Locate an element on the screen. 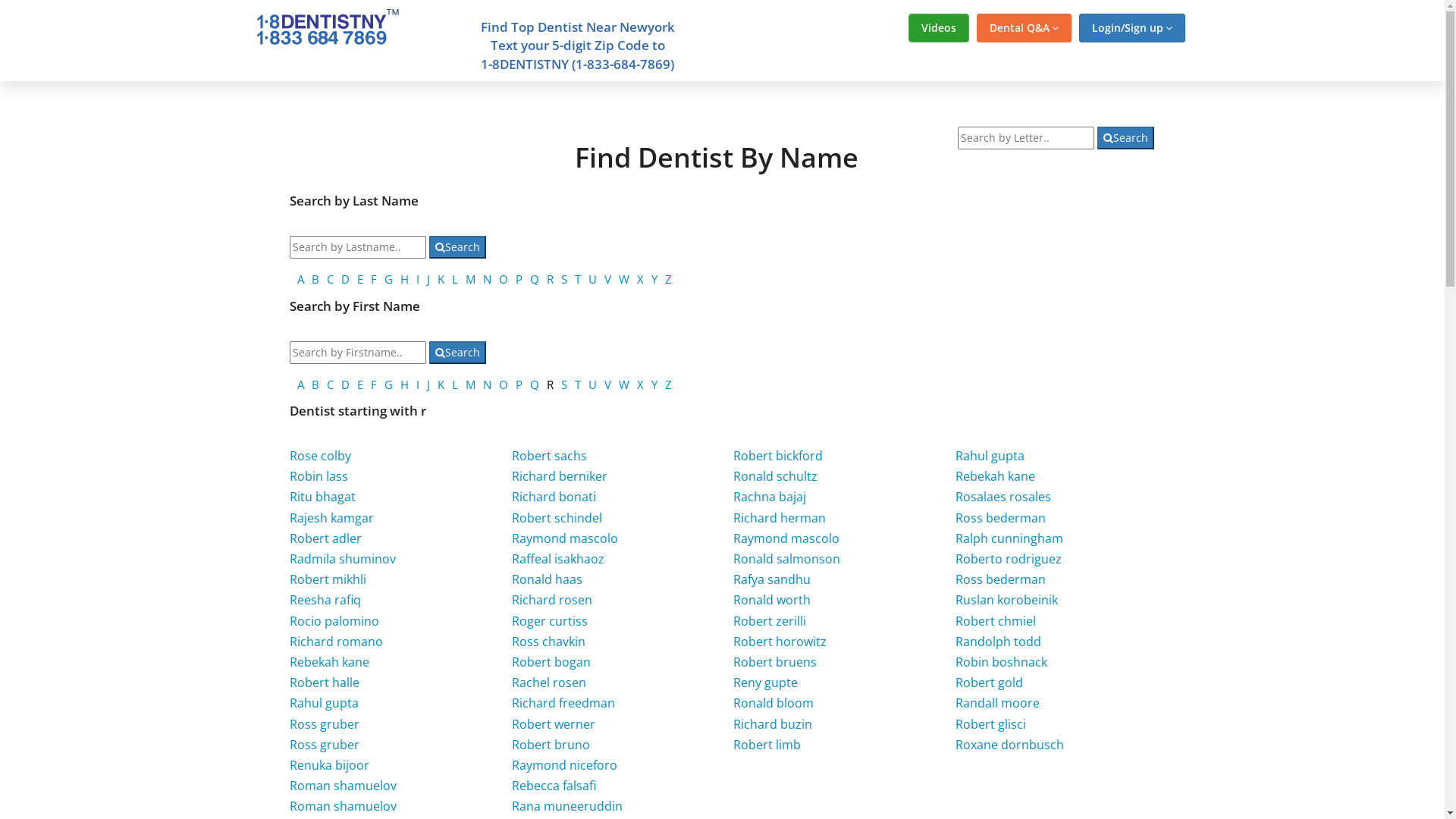 This screenshot has height=819, width=1456. 'Q' is located at coordinates (530, 278).